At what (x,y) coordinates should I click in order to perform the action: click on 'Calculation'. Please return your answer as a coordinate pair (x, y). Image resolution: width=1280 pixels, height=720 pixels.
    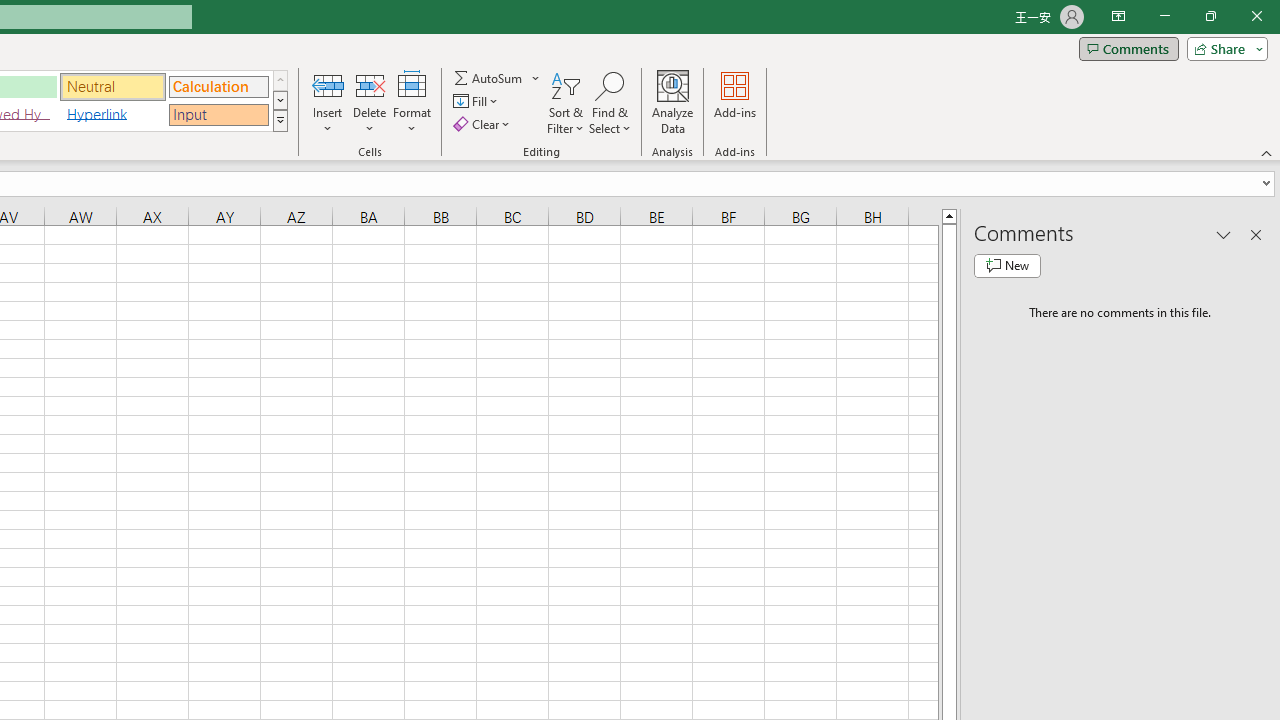
    Looking at the image, I should click on (218, 85).